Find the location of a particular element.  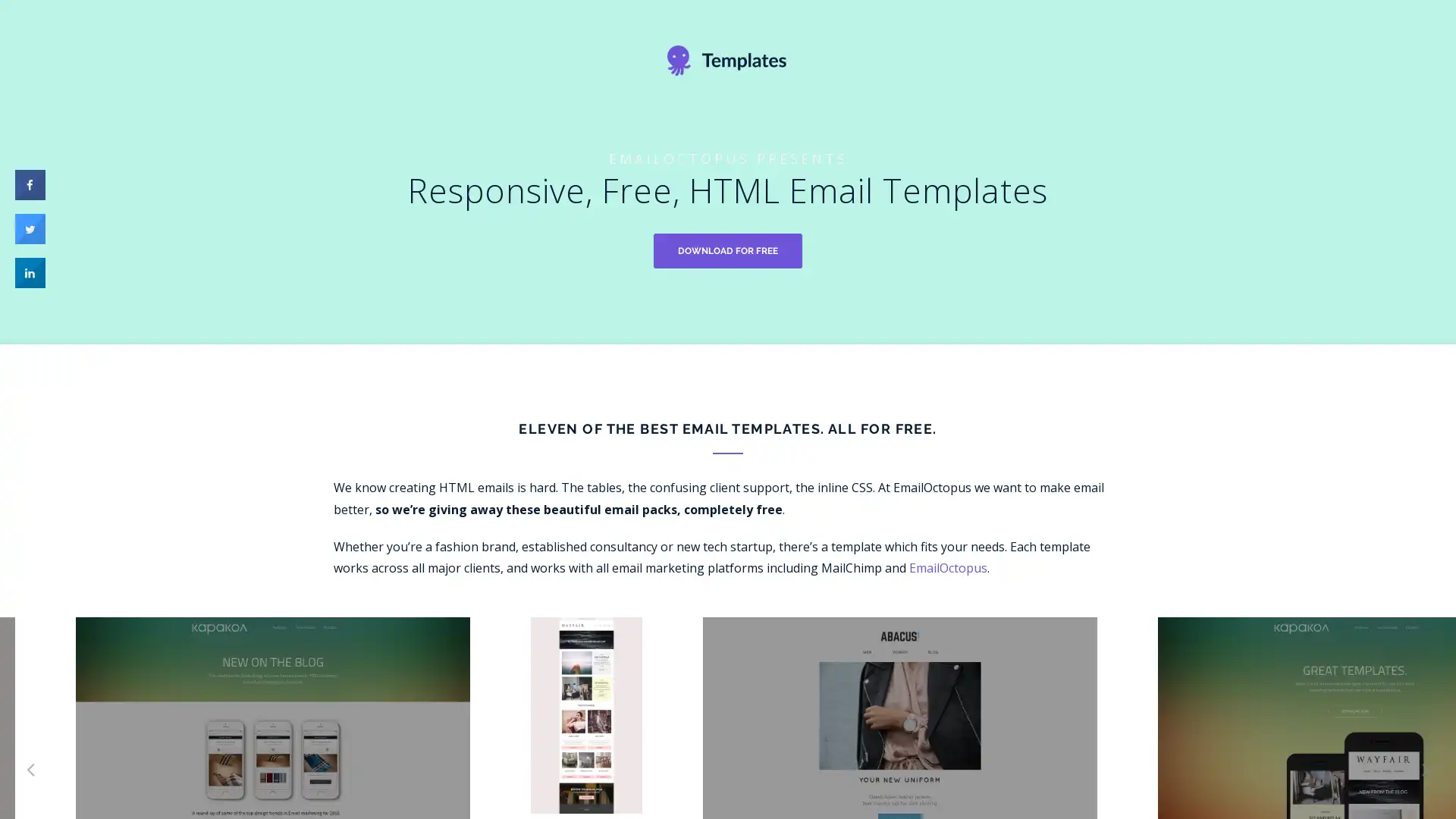

Next is located at coordinates (1425, 769).